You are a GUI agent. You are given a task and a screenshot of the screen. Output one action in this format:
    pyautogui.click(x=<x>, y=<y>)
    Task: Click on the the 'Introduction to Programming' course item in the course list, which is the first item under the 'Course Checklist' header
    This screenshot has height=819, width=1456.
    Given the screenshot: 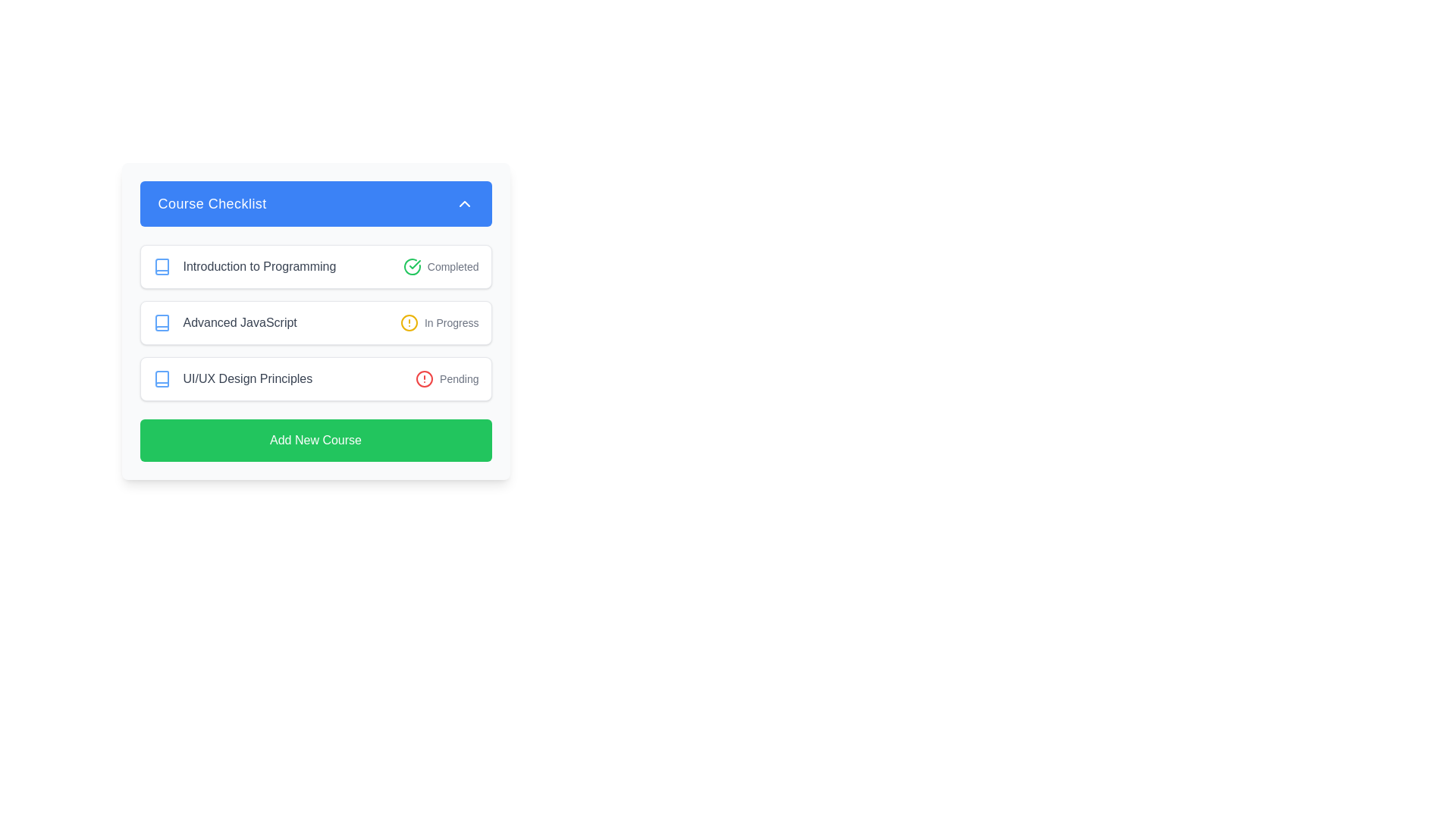 What is the action you would take?
    pyautogui.click(x=244, y=265)
    